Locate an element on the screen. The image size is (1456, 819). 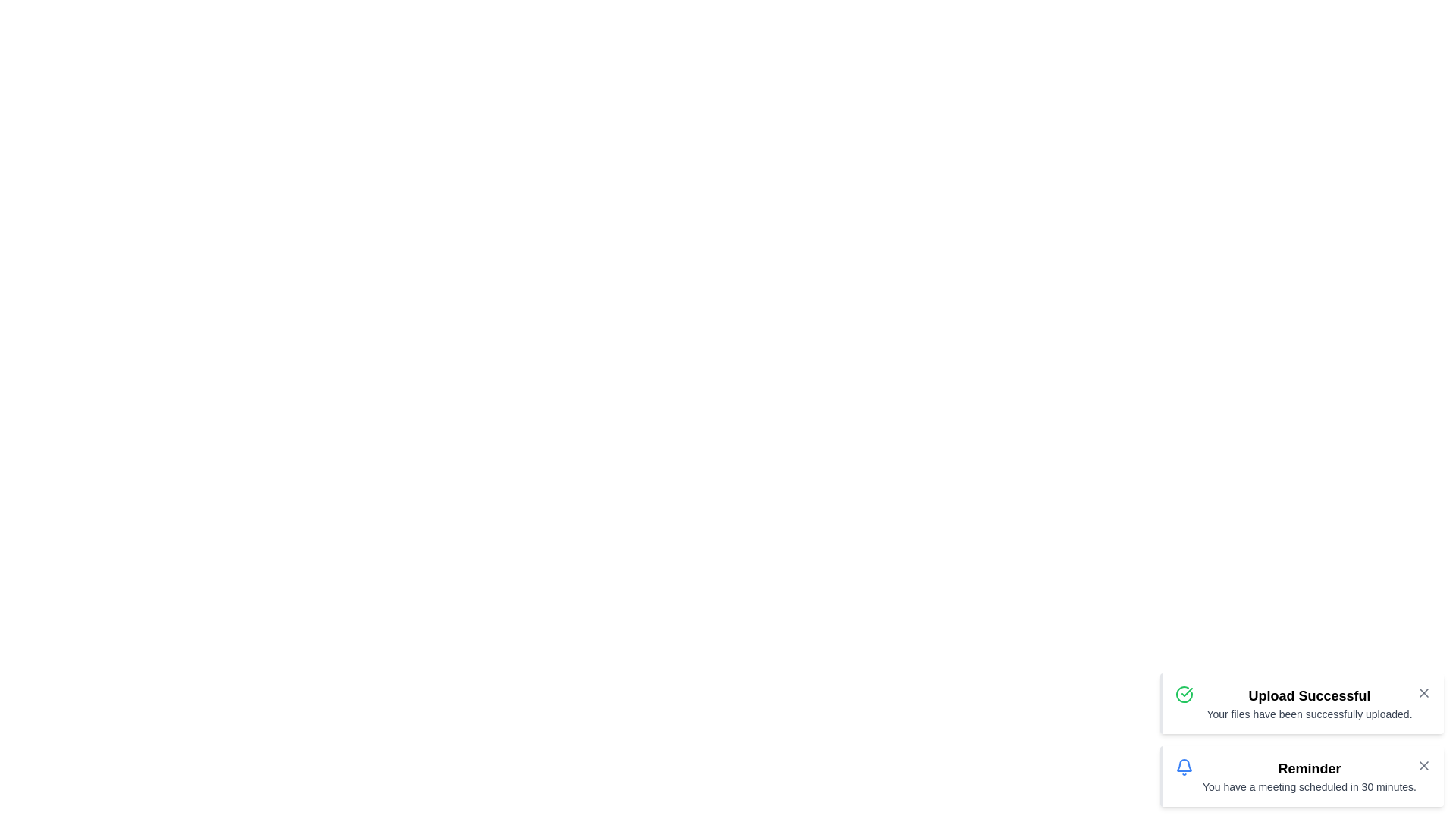
the notification list vertically by -161 pixels is located at coordinates (1301, 739).